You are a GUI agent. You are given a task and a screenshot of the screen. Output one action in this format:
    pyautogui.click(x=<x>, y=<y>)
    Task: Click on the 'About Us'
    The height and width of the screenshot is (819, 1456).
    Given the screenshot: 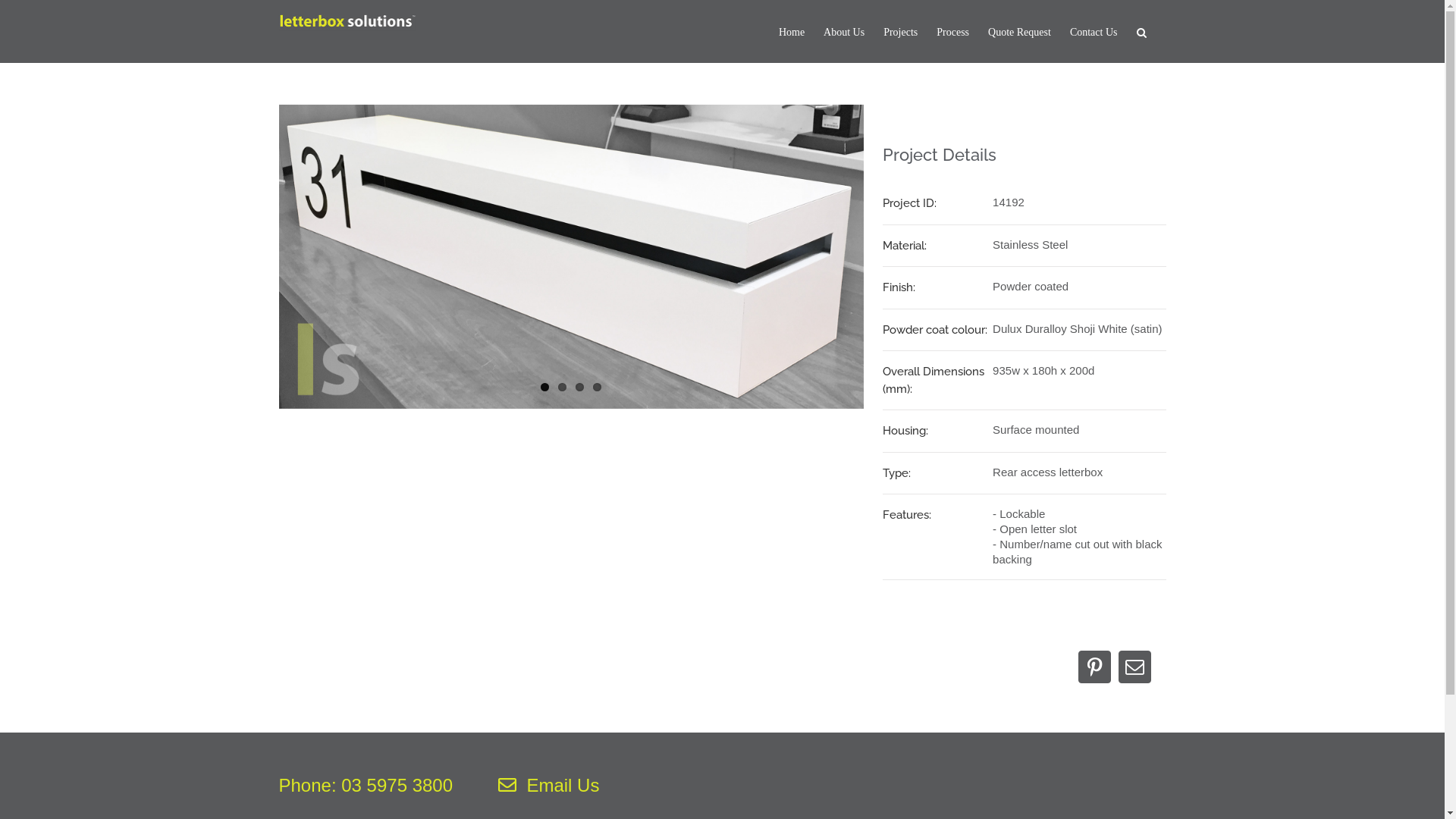 What is the action you would take?
    pyautogui.click(x=843, y=31)
    